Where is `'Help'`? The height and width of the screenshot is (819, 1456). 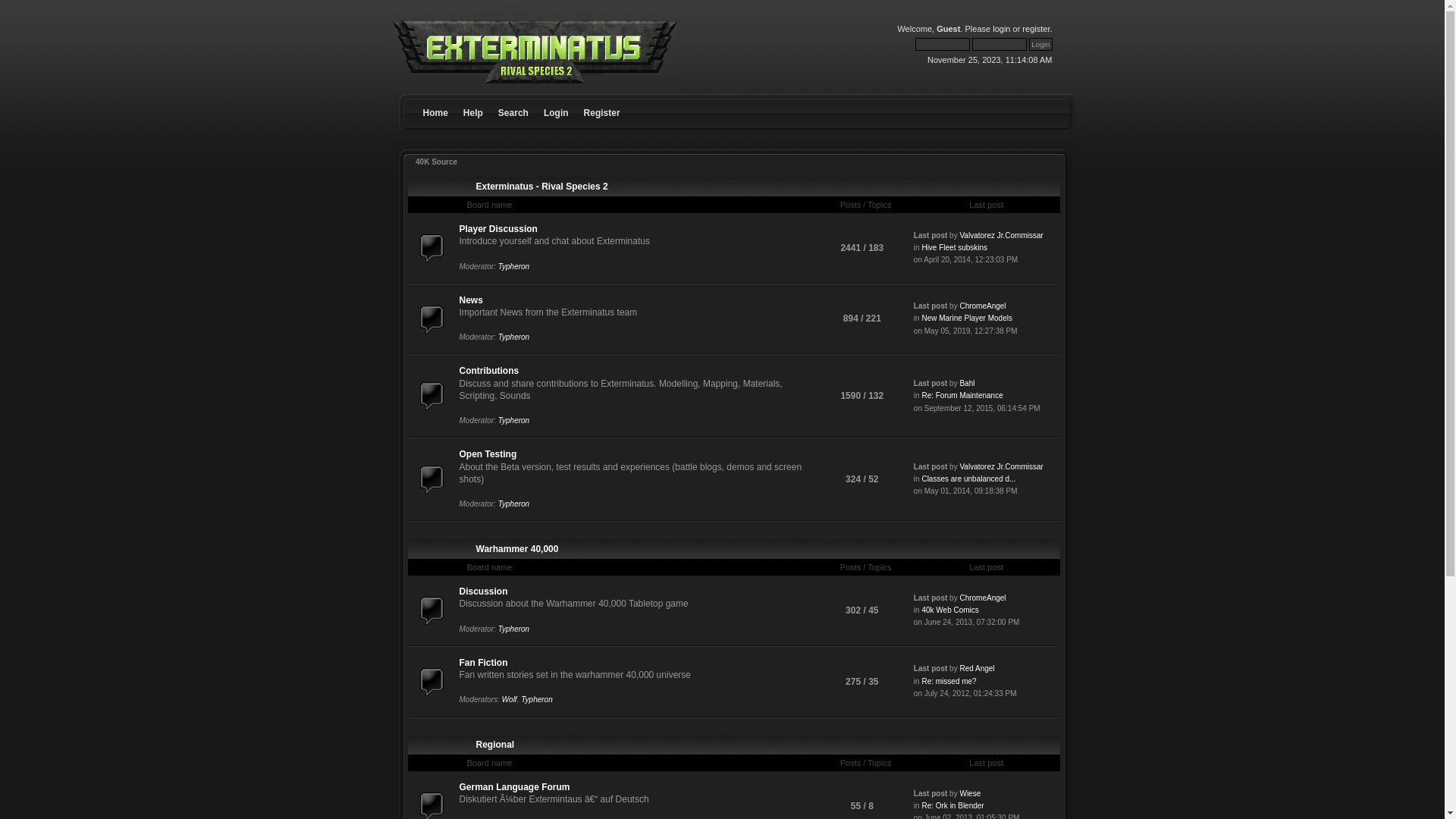
'Help' is located at coordinates (472, 100).